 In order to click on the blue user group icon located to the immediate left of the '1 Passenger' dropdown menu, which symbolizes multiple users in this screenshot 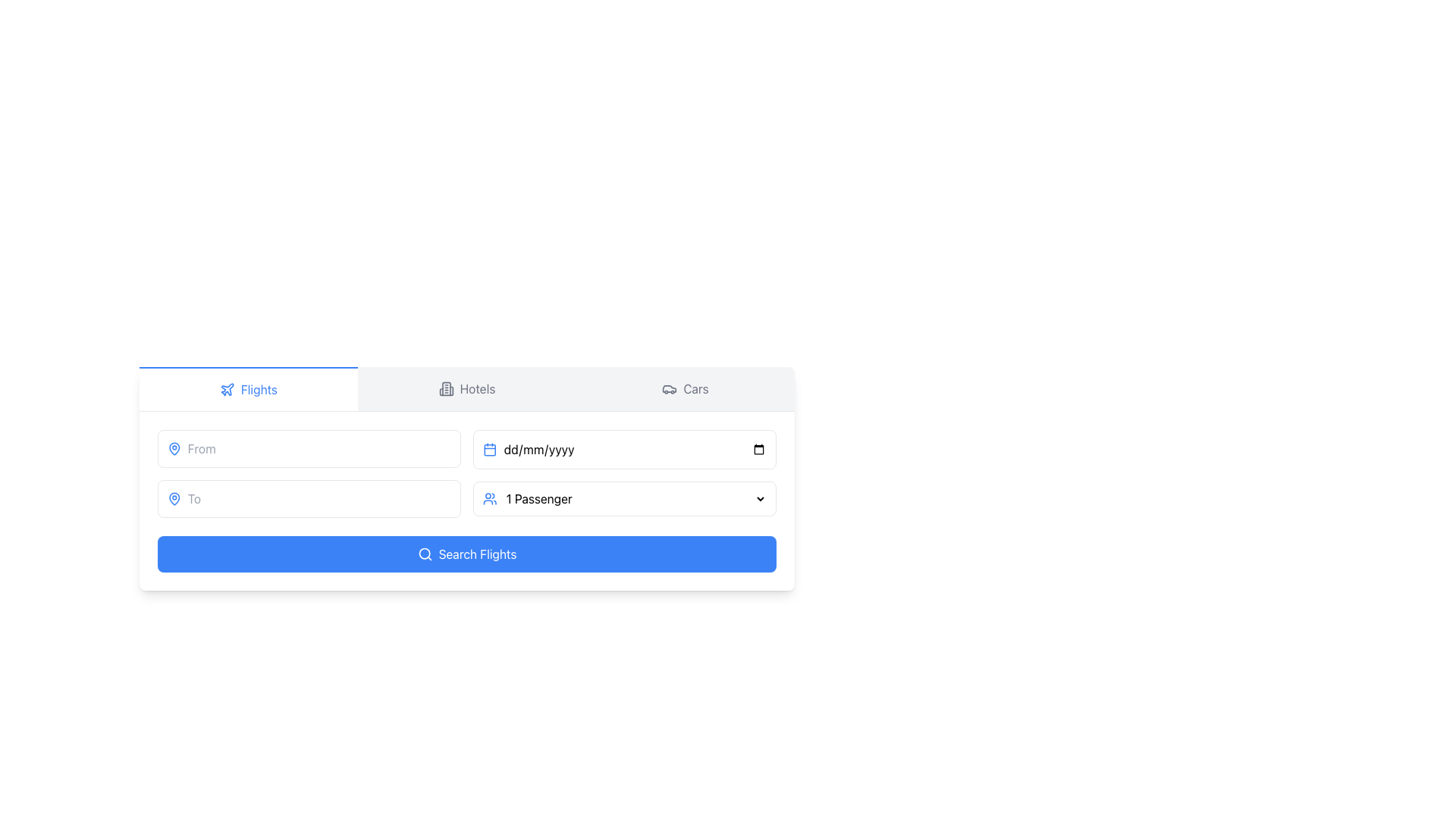, I will do `click(490, 499)`.